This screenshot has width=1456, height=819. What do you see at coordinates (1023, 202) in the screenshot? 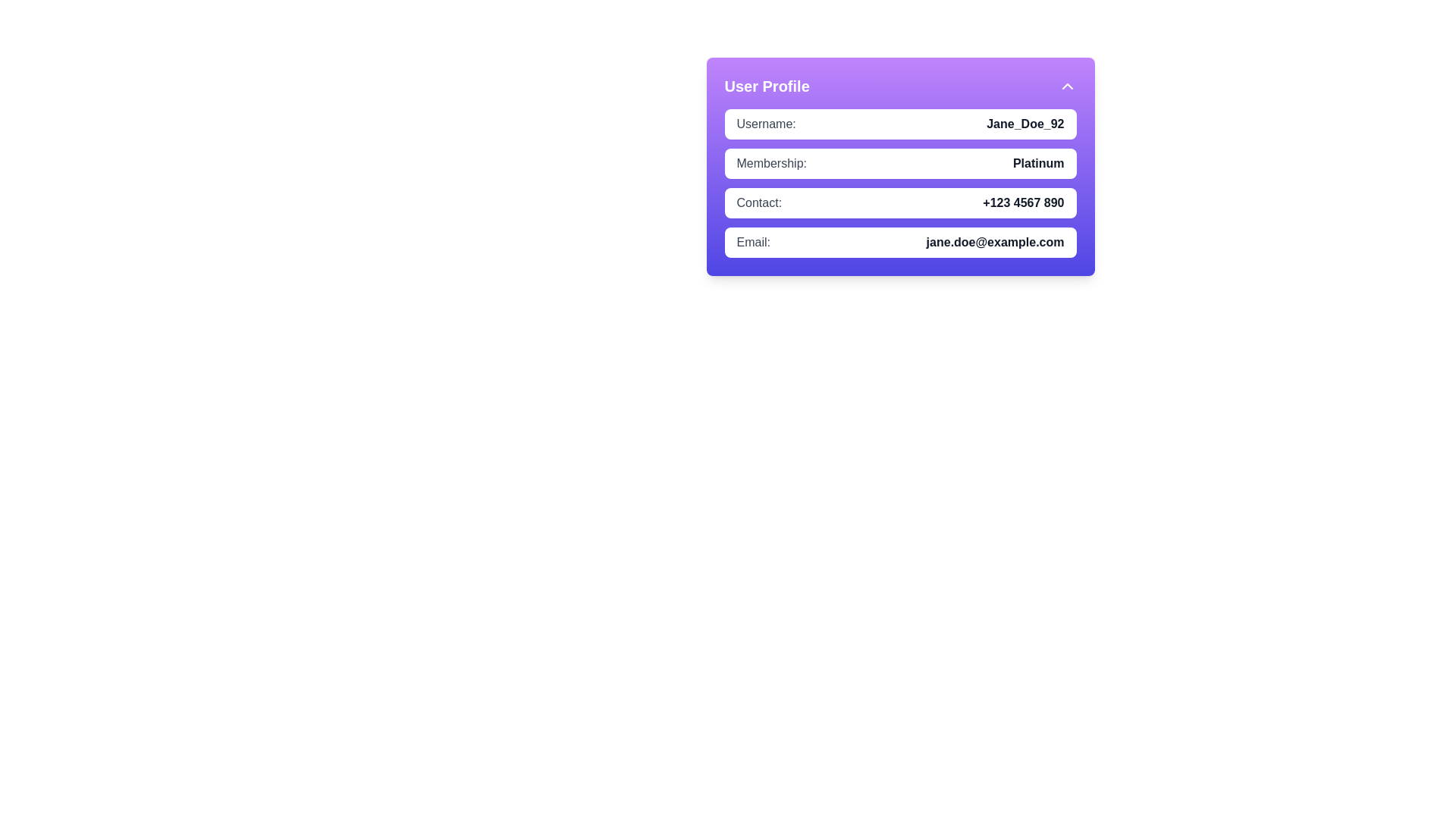
I see `the user's contact number displayed in the third row of the user profile card, which is located immediately to the right of the 'Contact:' label` at bounding box center [1023, 202].